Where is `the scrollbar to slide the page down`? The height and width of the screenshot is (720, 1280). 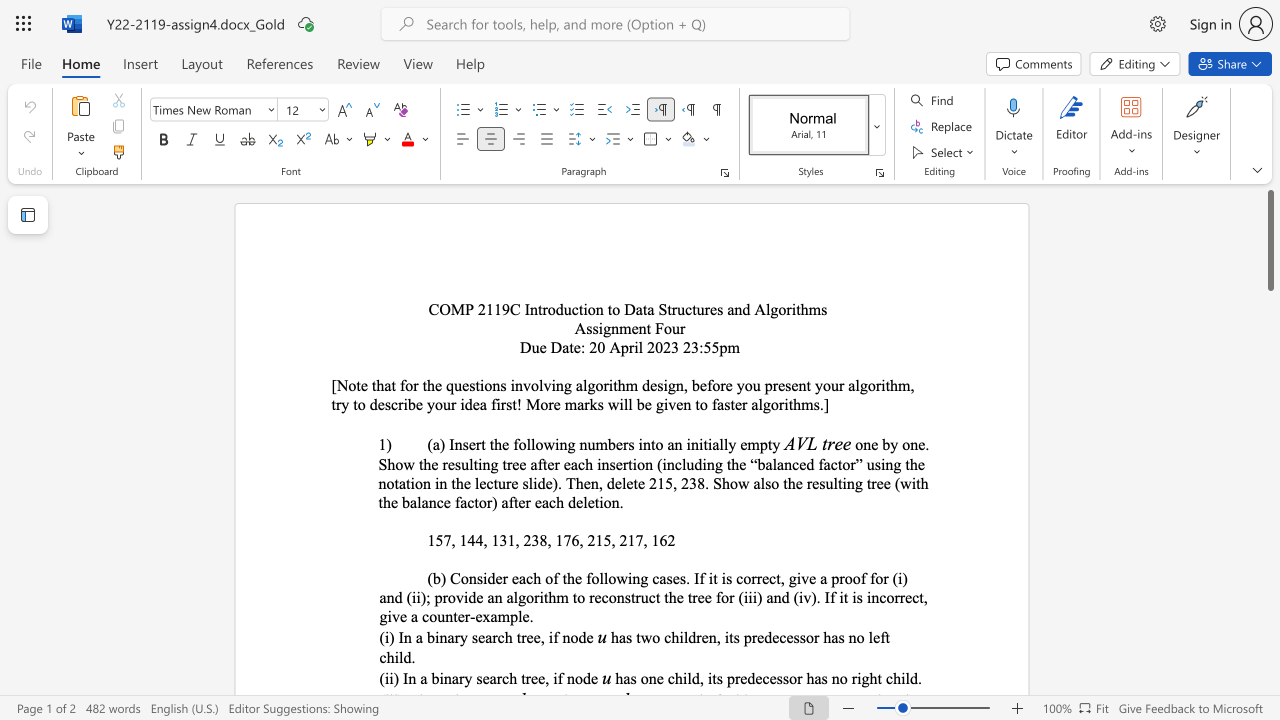 the scrollbar to slide the page down is located at coordinates (1269, 460).